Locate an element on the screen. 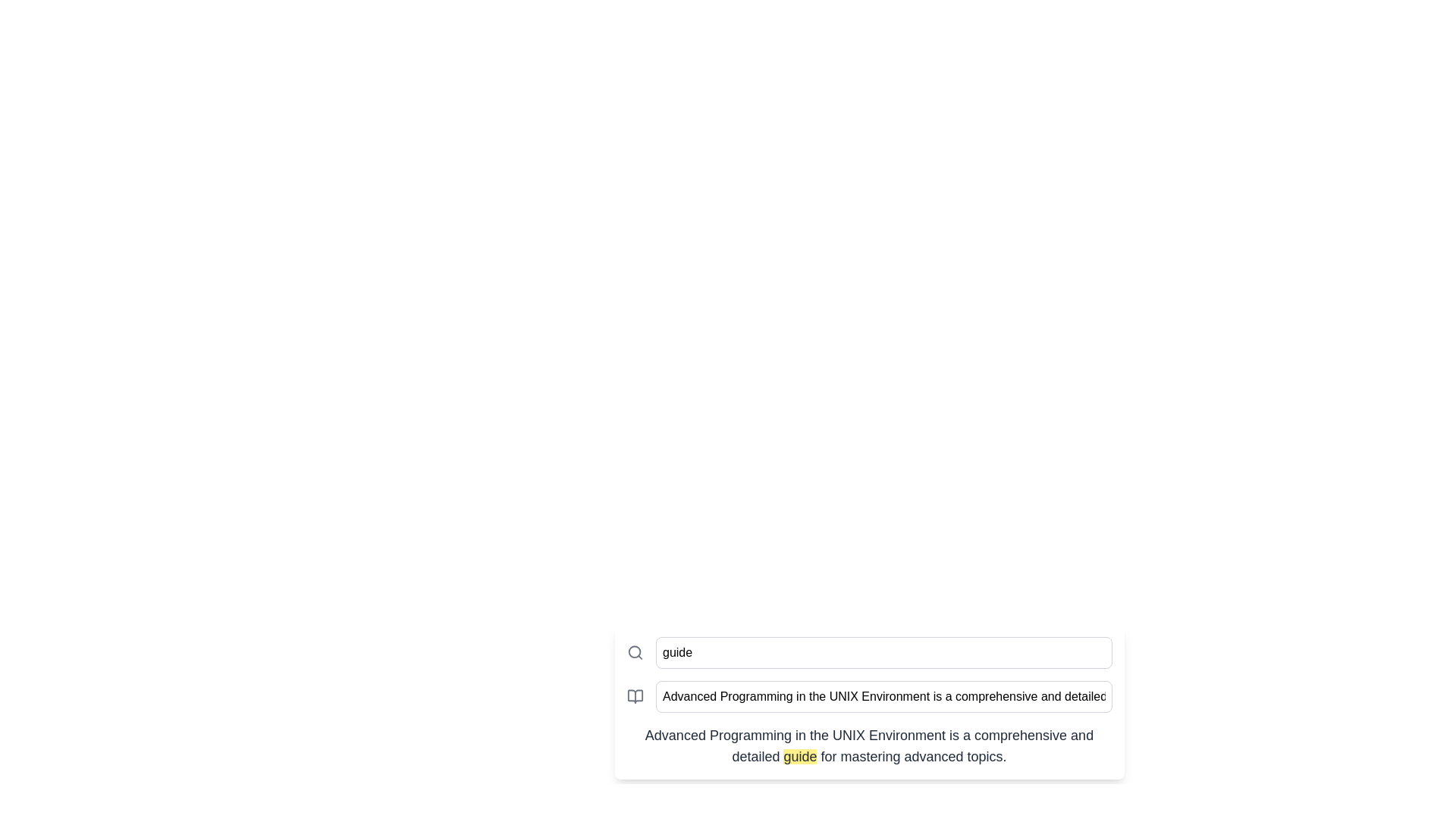  text element labeled 'guide', which has a yellow background and black text, located near the center of the paragraph is located at coordinates (799, 757).